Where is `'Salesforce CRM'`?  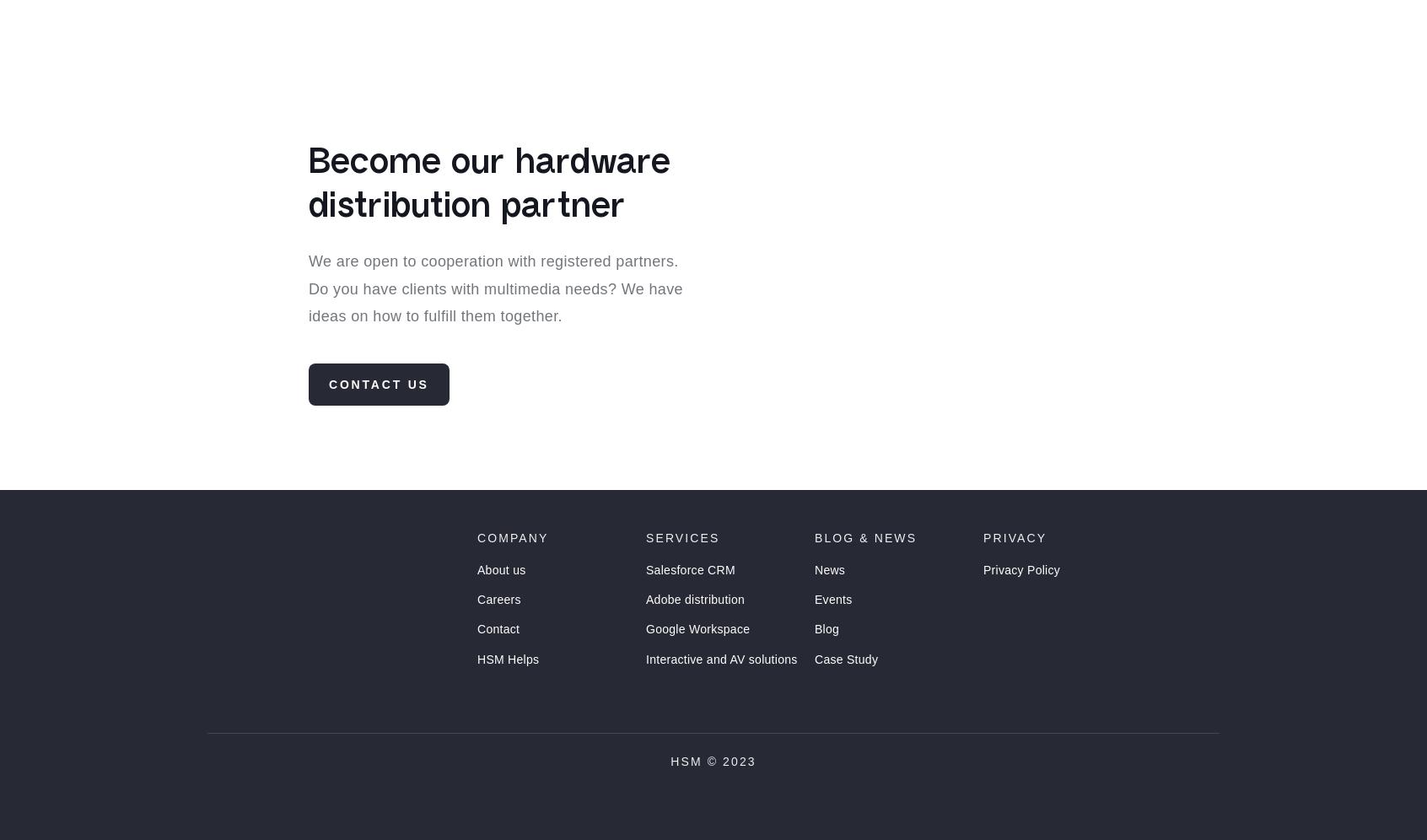 'Salesforce CRM' is located at coordinates (644, 600).